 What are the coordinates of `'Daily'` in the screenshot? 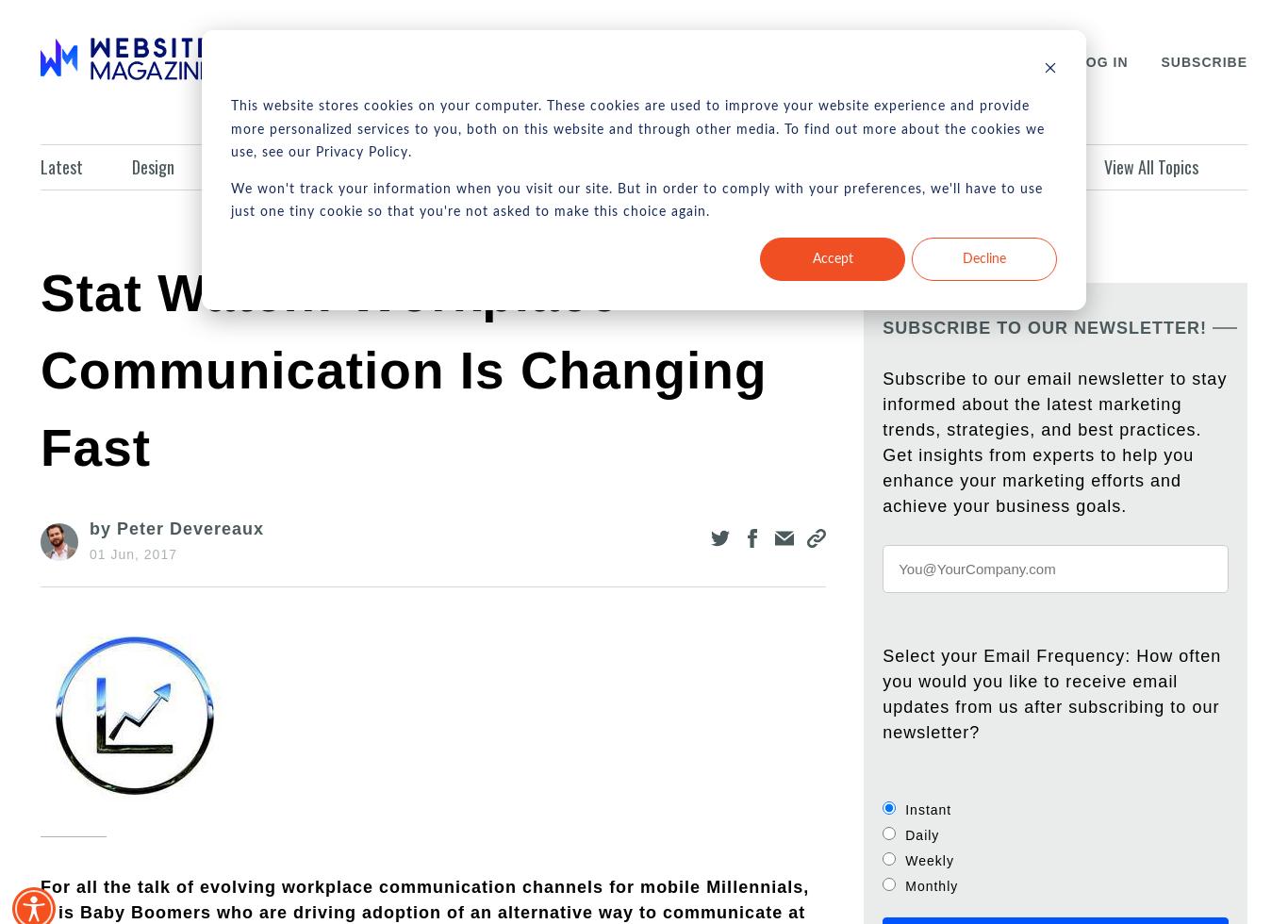 It's located at (922, 834).